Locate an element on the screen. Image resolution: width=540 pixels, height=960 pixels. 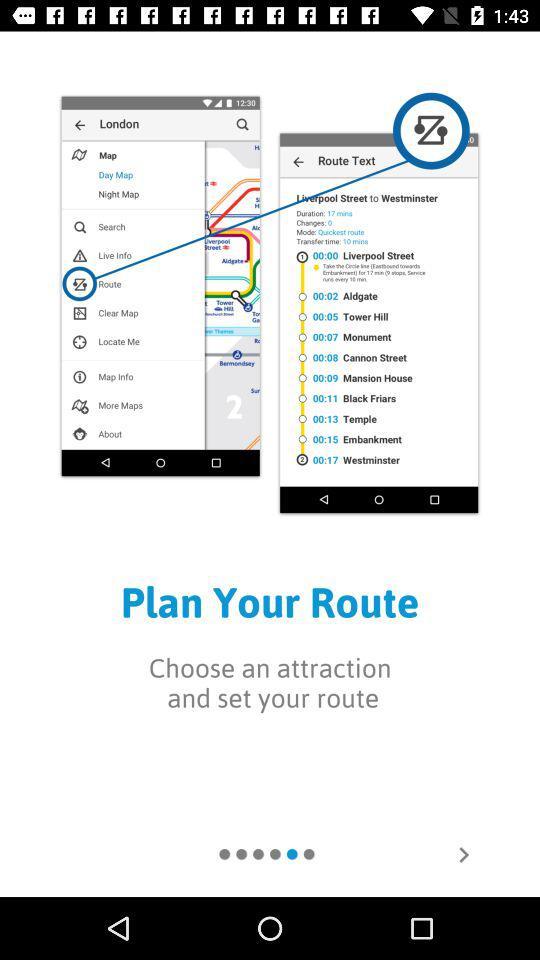
move page is located at coordinates (463, 853).